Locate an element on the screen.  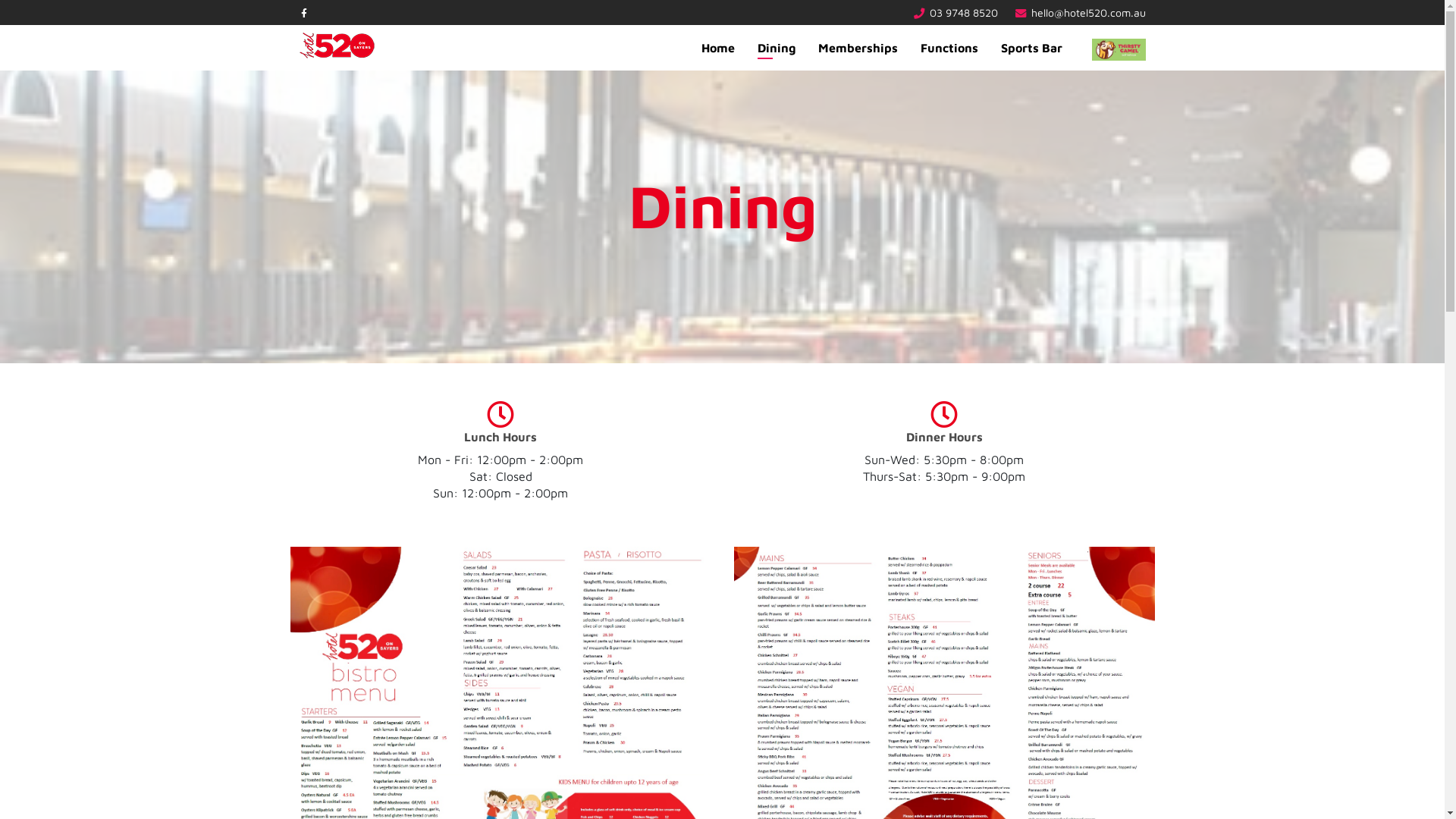
'Home' is located at coordinates (717, 46).